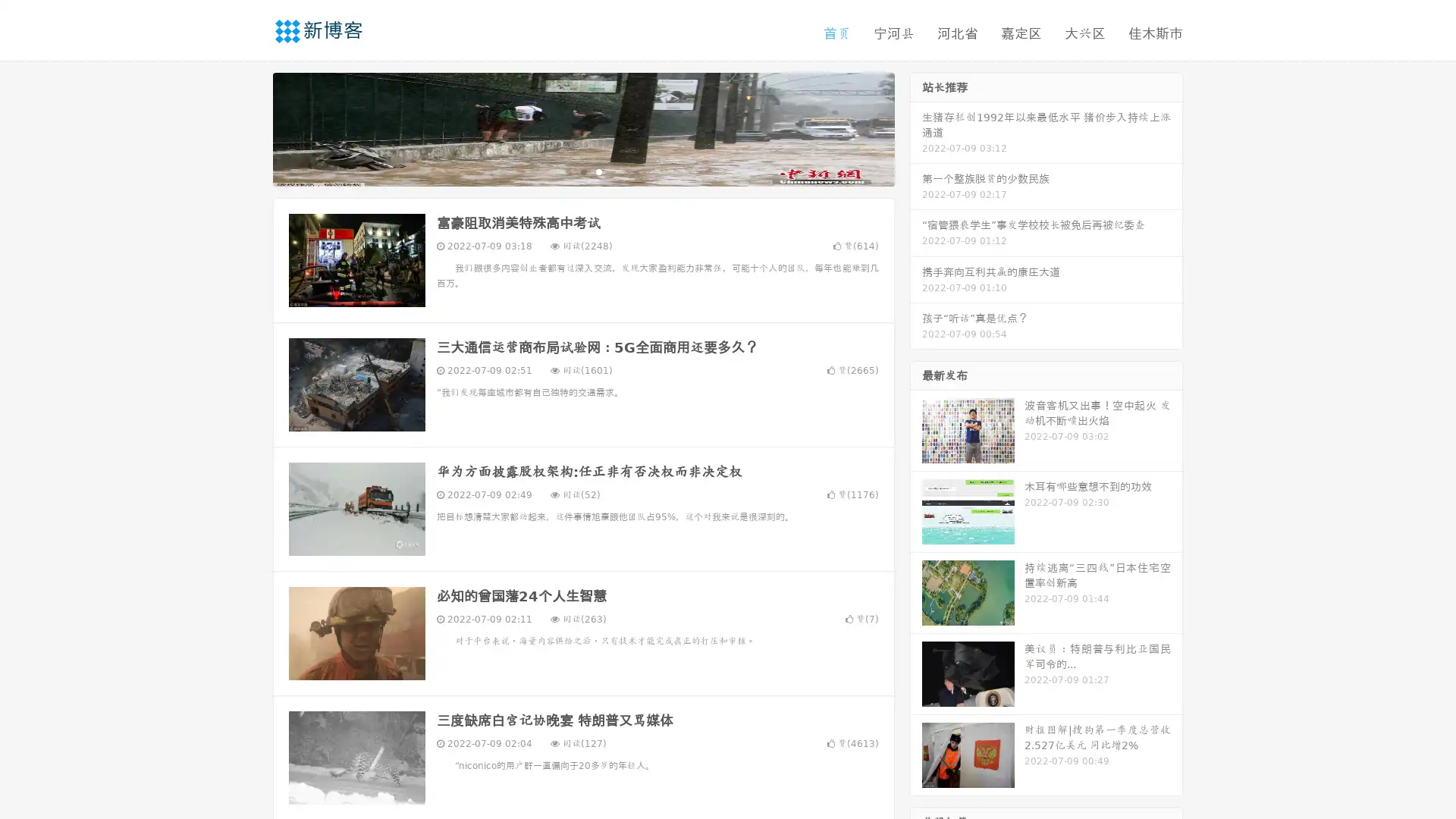 Image resolution: width=1456 pixels, height=819 pixels. I want to click on Next slide, so click(916, 127).